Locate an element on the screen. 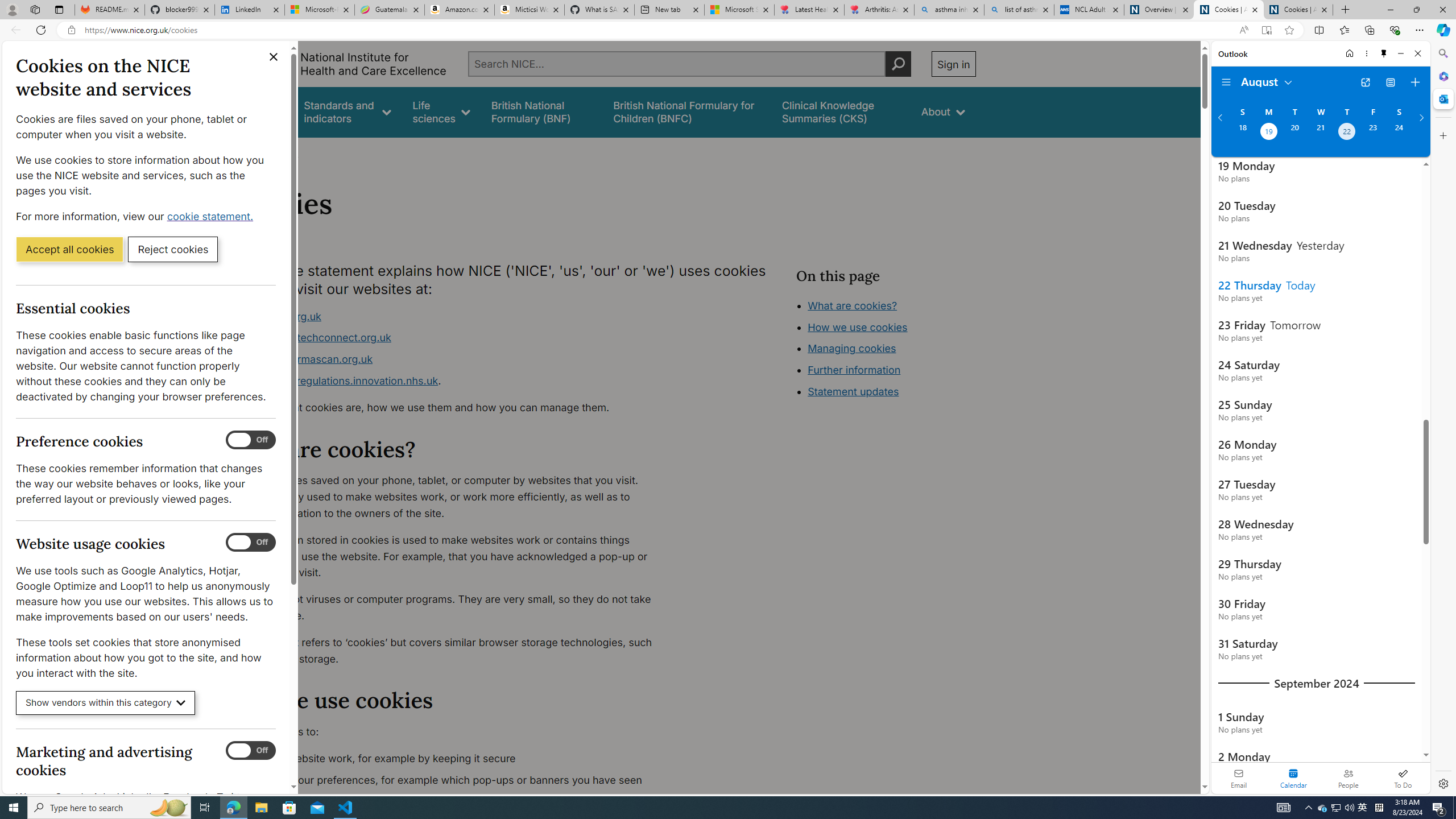  'cookie statement. (Opens in a new window)' is located at coordinates (211, 216).